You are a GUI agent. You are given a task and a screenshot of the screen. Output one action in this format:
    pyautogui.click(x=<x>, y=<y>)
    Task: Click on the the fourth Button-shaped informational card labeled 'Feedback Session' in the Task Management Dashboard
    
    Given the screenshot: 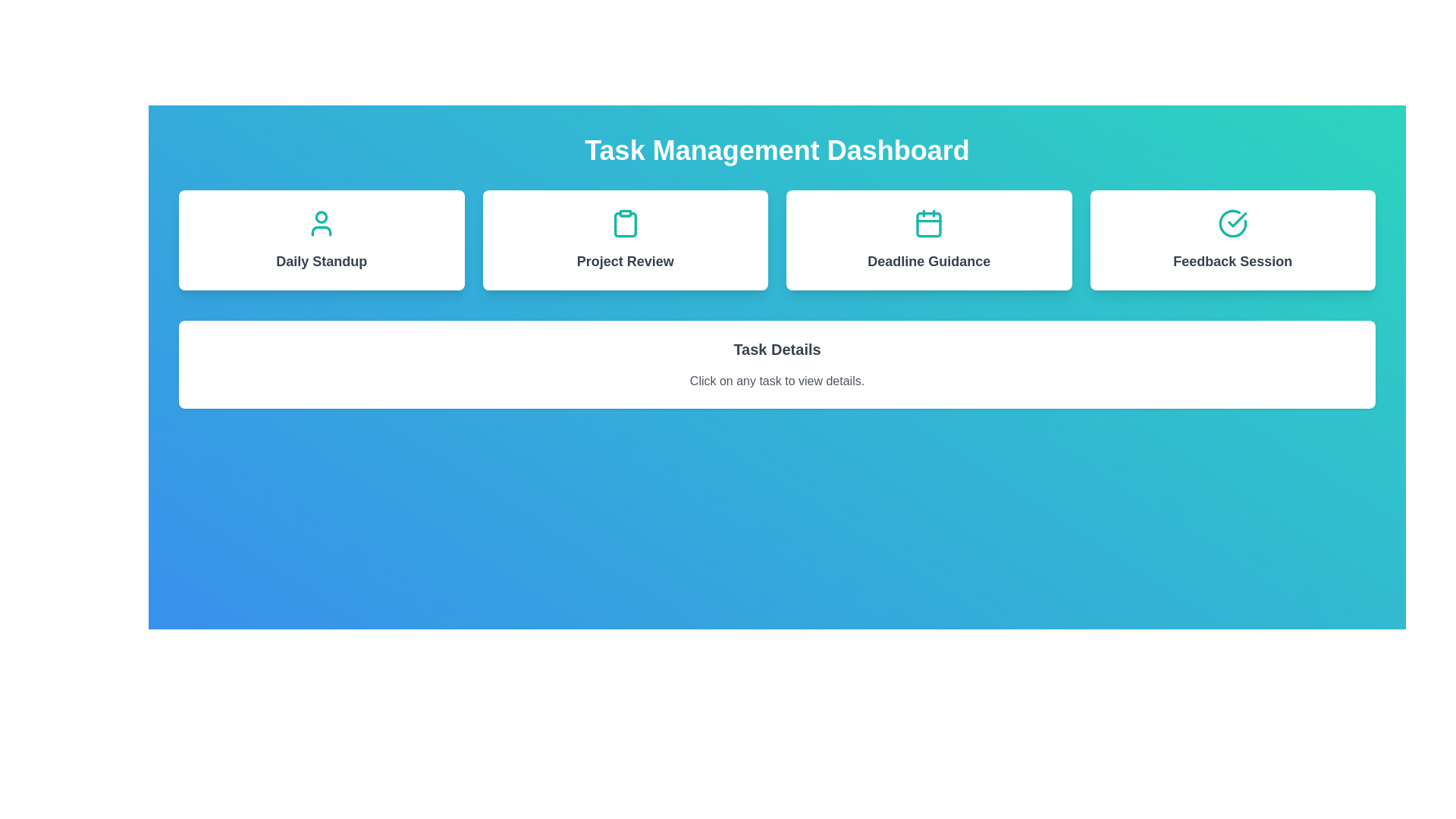 What is the action you would take?
    pyautogui.click(x=1232, y=239)
    